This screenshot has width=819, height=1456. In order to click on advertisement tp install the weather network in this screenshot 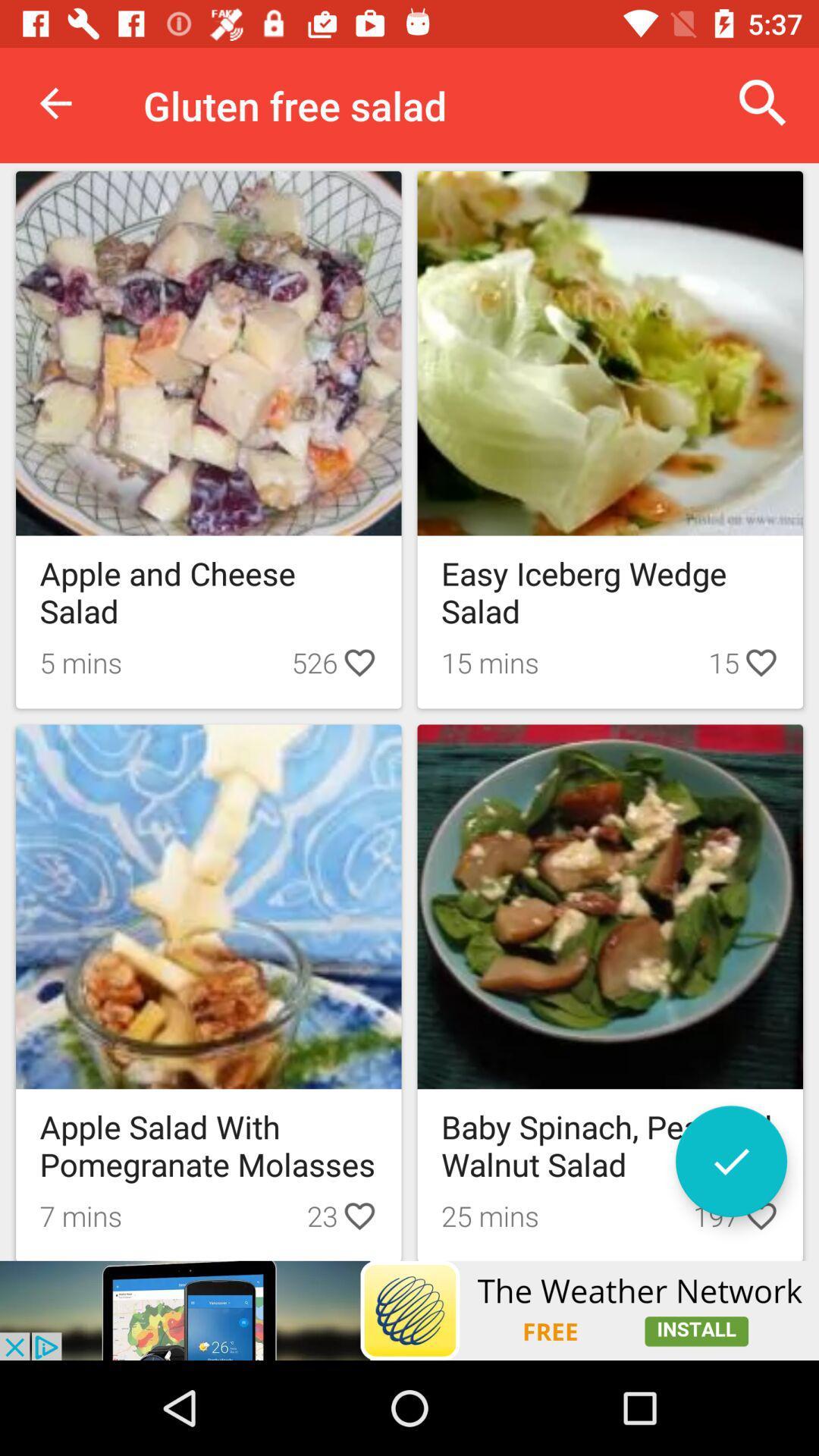, I will do `click(409, 1310)`.